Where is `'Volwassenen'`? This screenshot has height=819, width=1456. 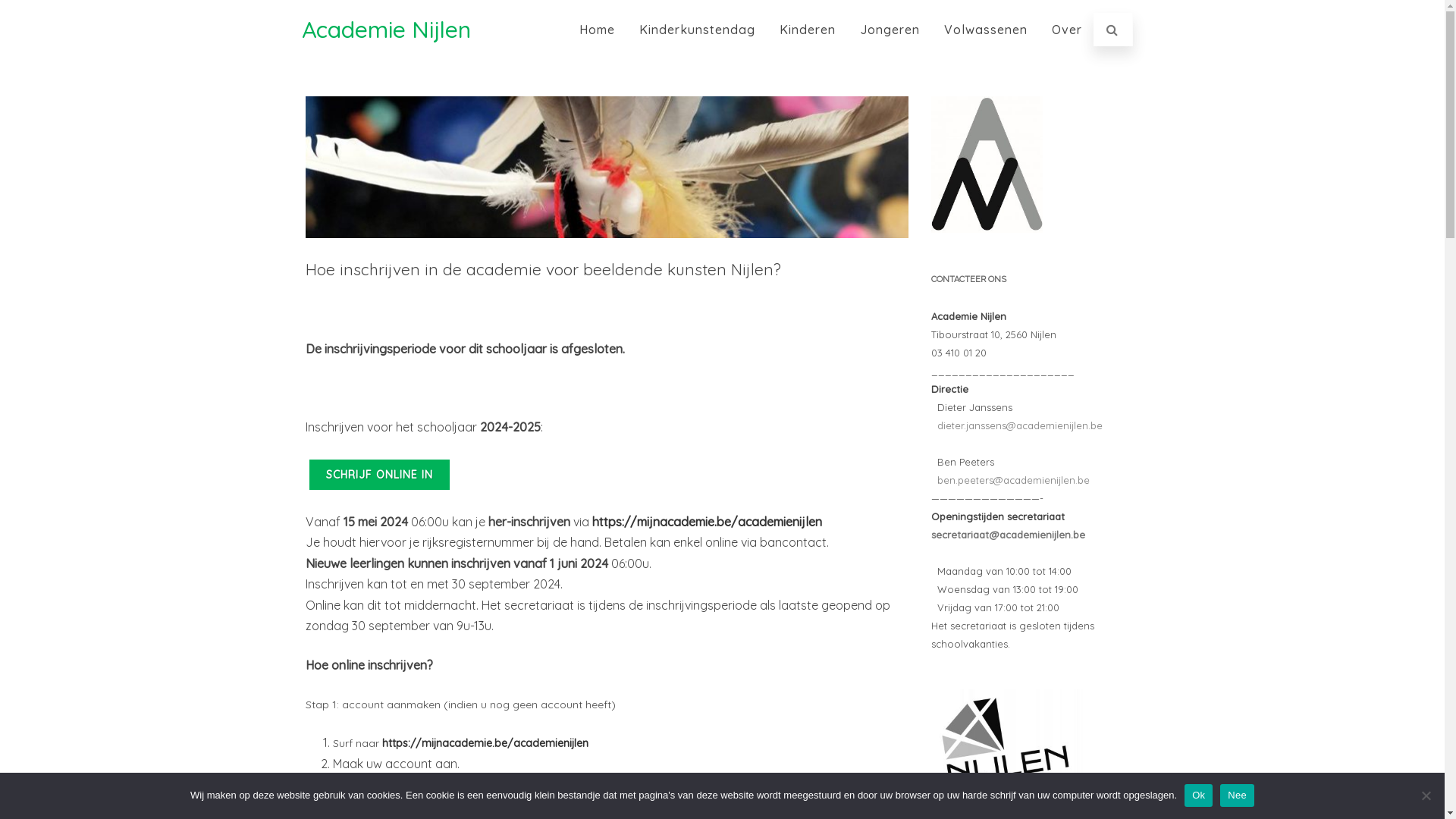 'Volwassenen' is located at coordinates (986, 29).